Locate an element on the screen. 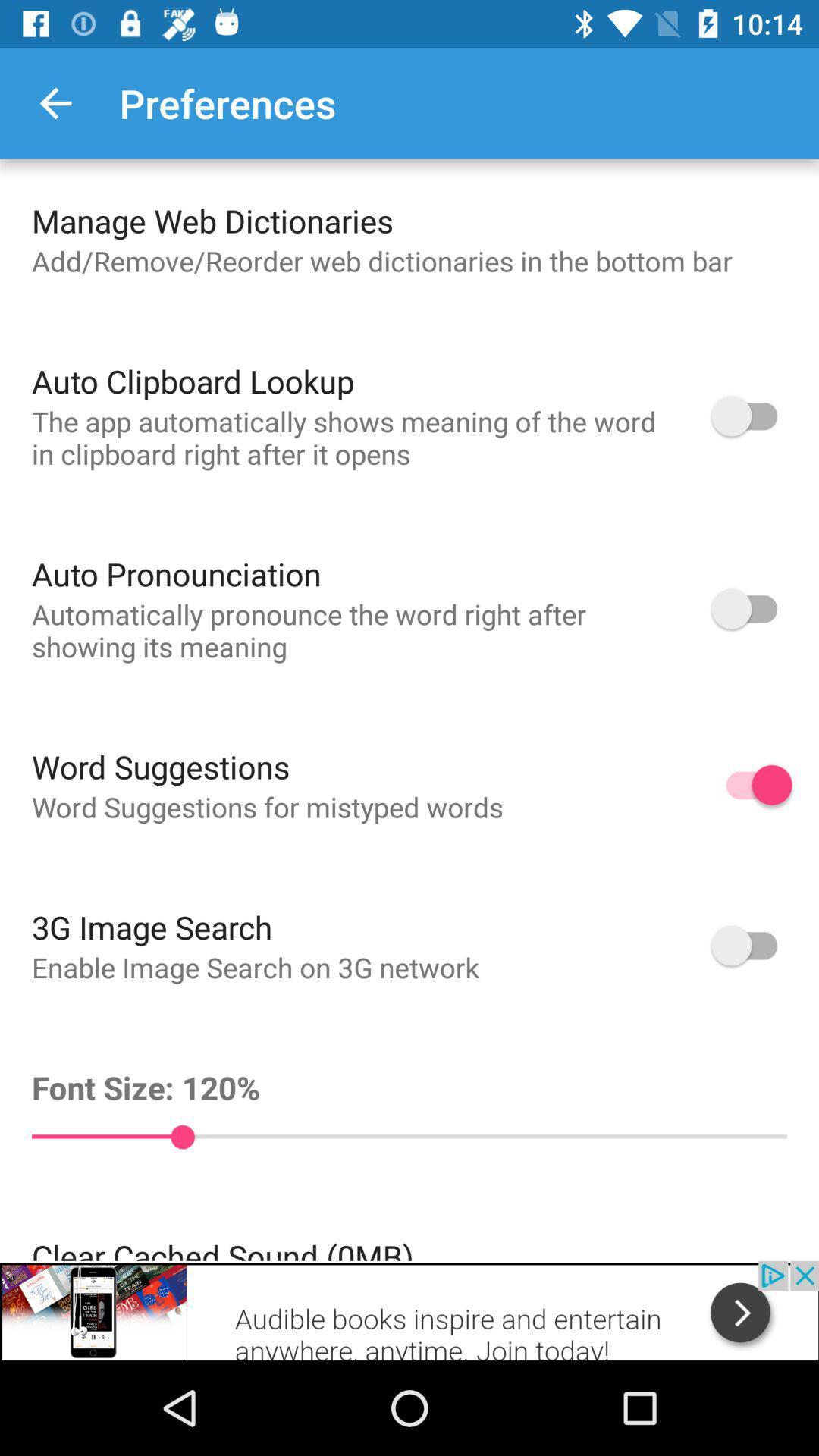  check option is located at coordinates (752, 944).